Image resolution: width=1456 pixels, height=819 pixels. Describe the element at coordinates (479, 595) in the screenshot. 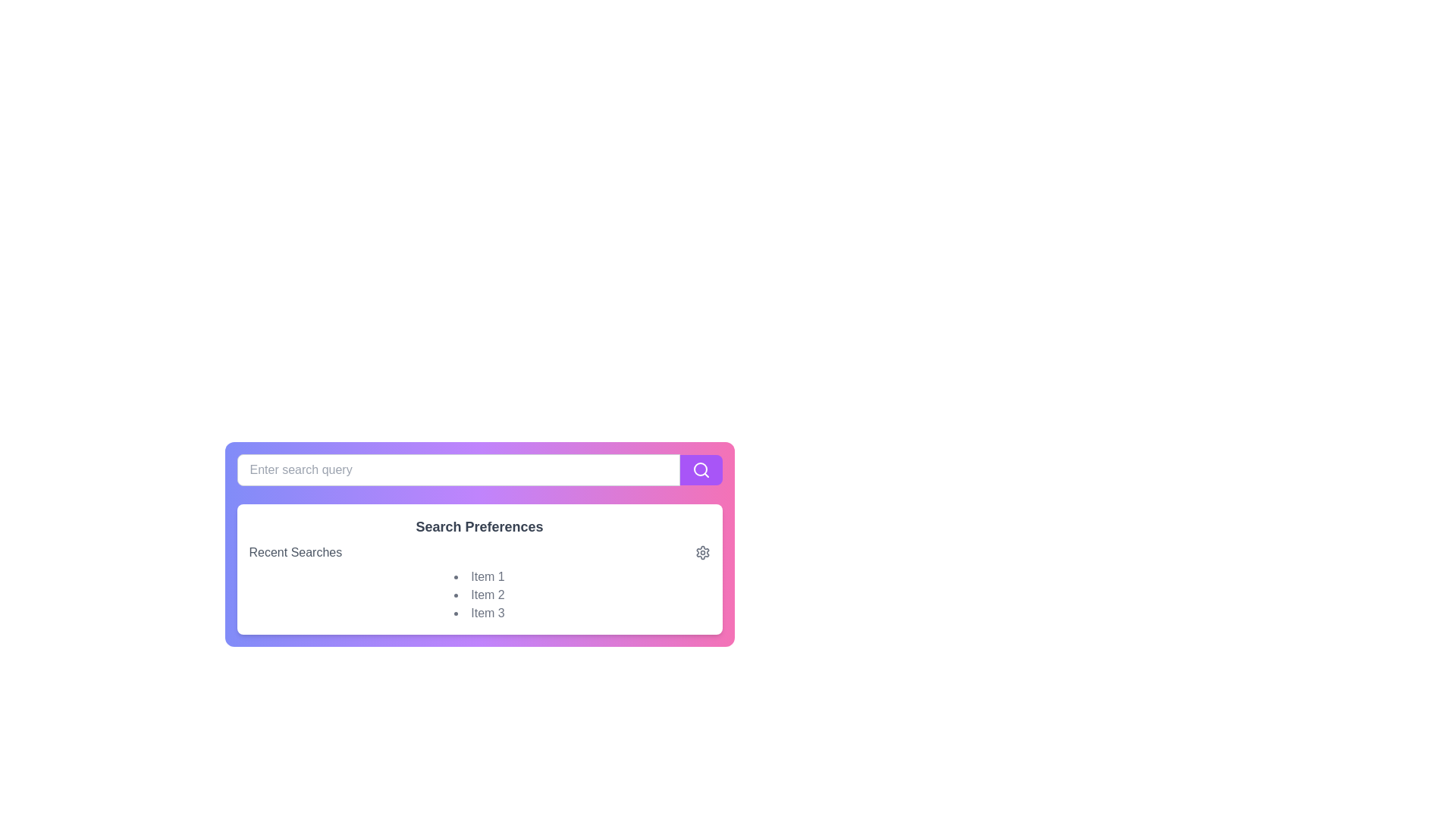

I see `the second list item displaying 'Item 2' in light gray font, which is part of the 'Search Preferences' section` at that location.